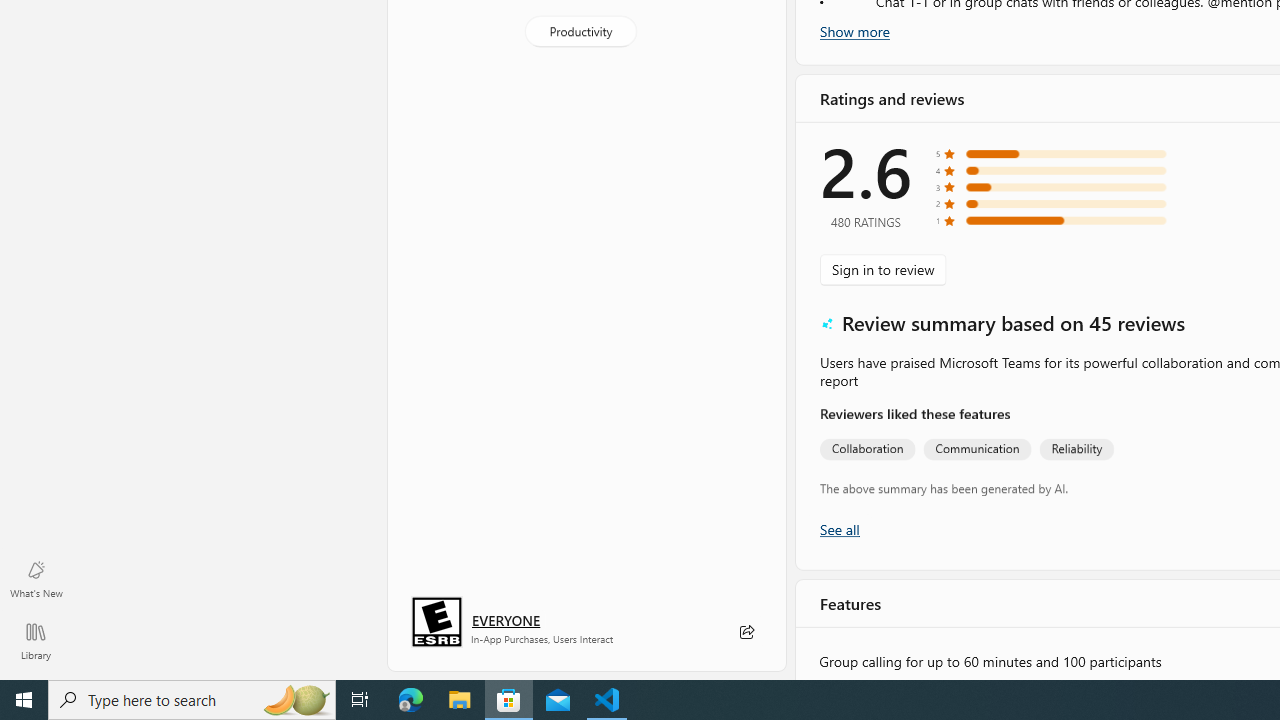 The height and width of the screenshot is (720, 1280). I want to click on 'Productivity', so click(578, 30).